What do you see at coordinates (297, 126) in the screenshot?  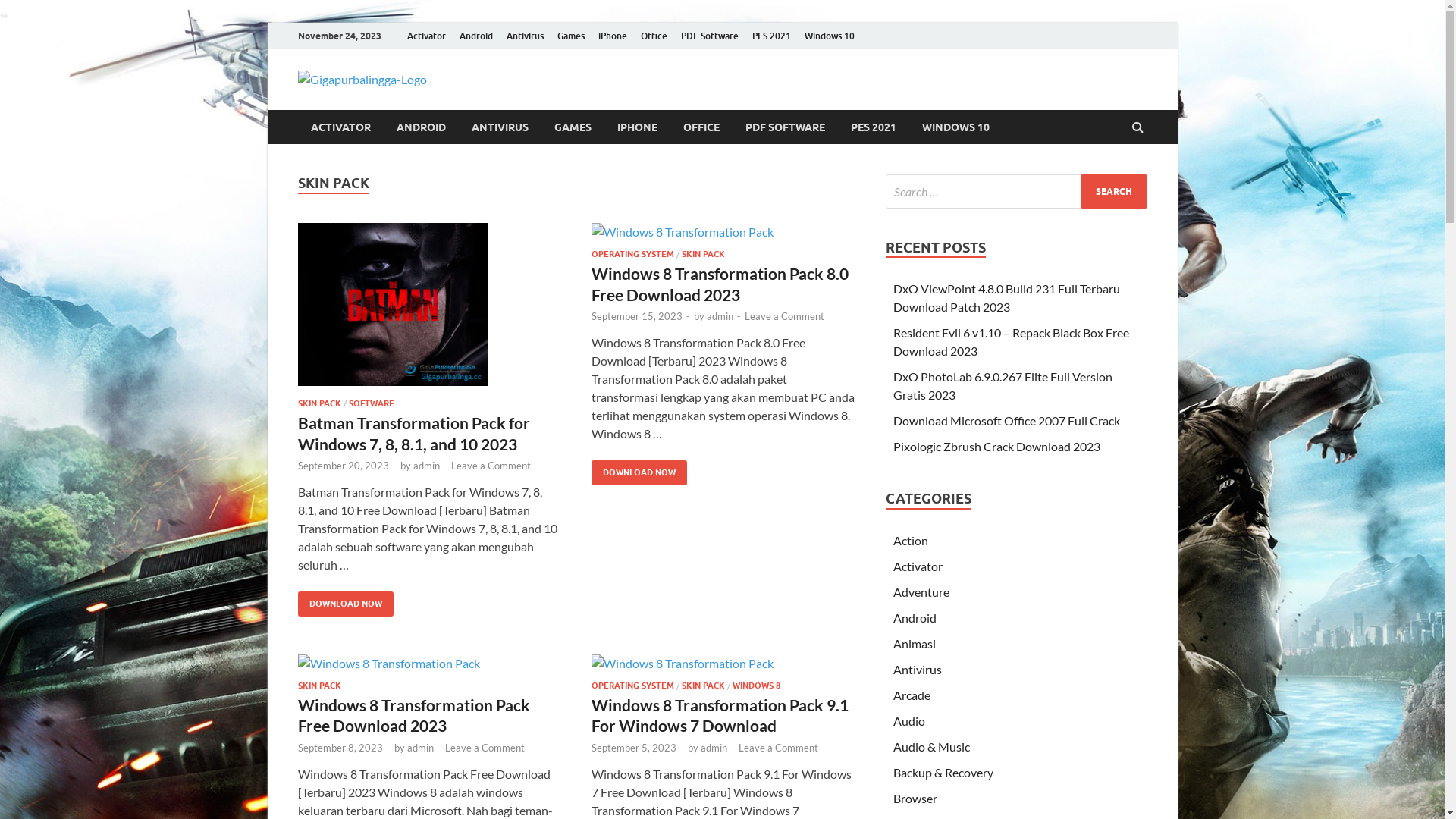 I see `'ACTIVATOR'` at bounding box center [297, 126].